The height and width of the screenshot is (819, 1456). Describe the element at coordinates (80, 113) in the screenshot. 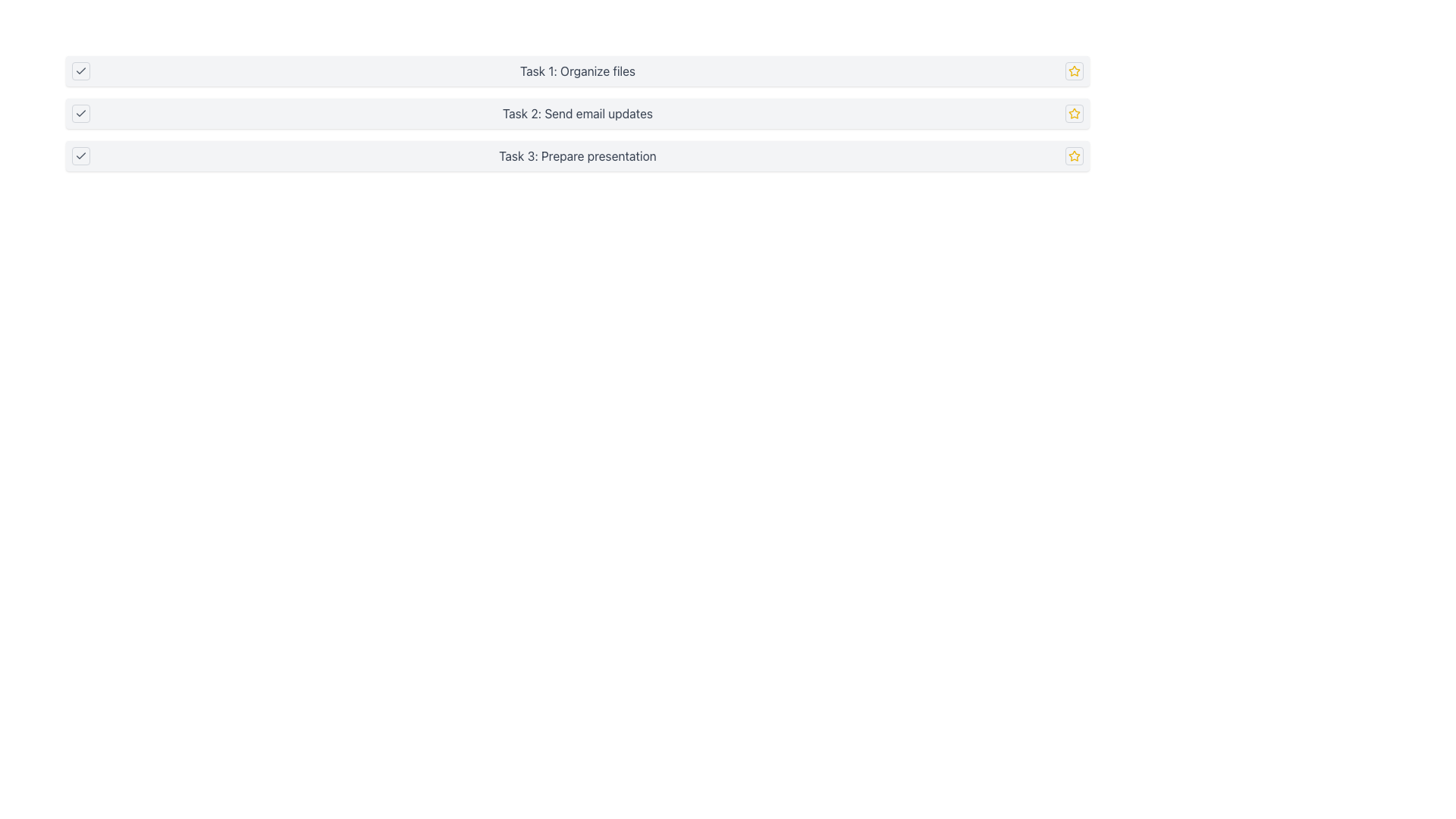

I see `the checkbox located to the left of the 'Task 2: Send email updates' row` at that location.